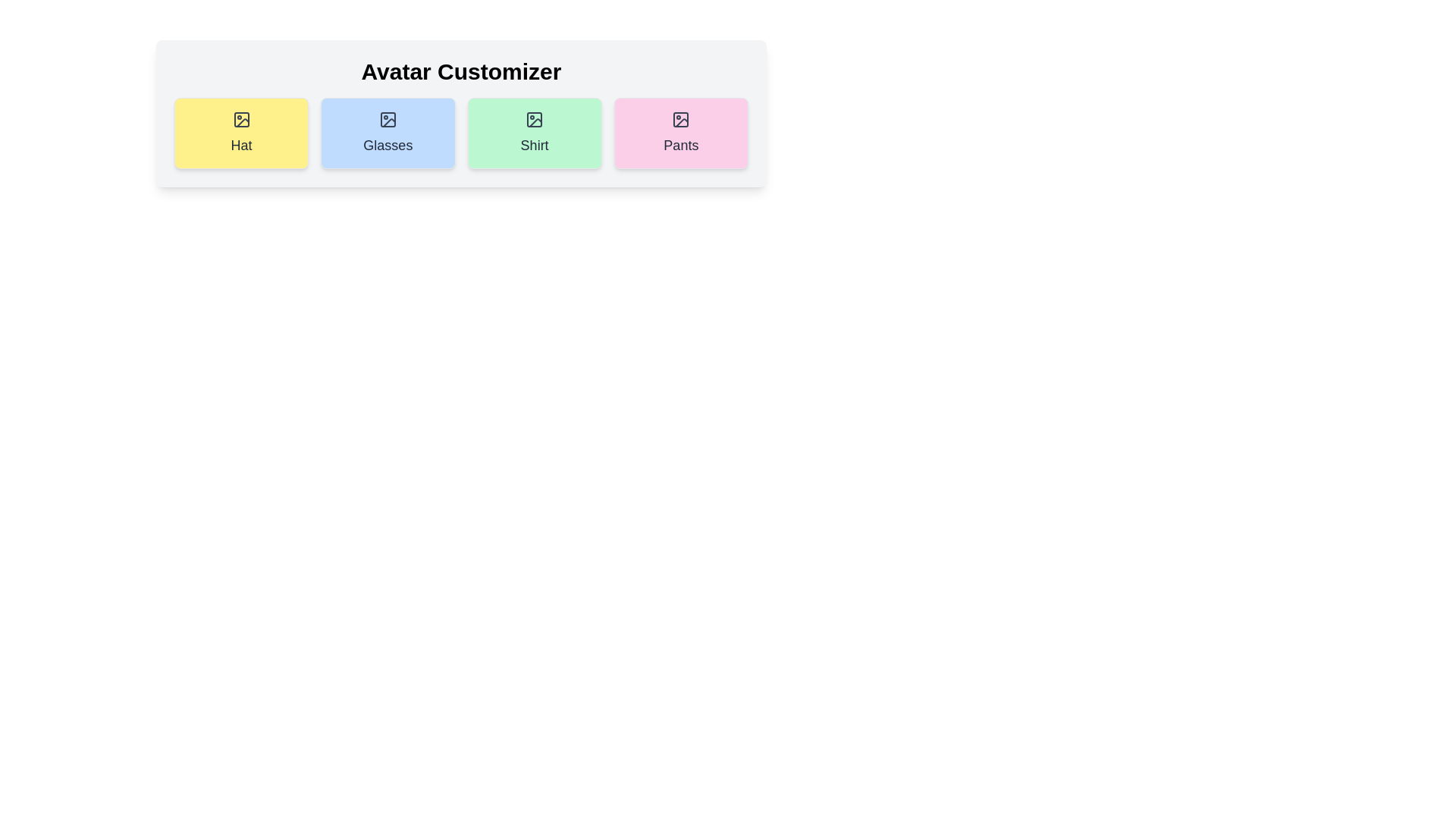  I want to click on the 'Hat' button, which is the first item in the grid layout of four buttons, so click(240, 133).